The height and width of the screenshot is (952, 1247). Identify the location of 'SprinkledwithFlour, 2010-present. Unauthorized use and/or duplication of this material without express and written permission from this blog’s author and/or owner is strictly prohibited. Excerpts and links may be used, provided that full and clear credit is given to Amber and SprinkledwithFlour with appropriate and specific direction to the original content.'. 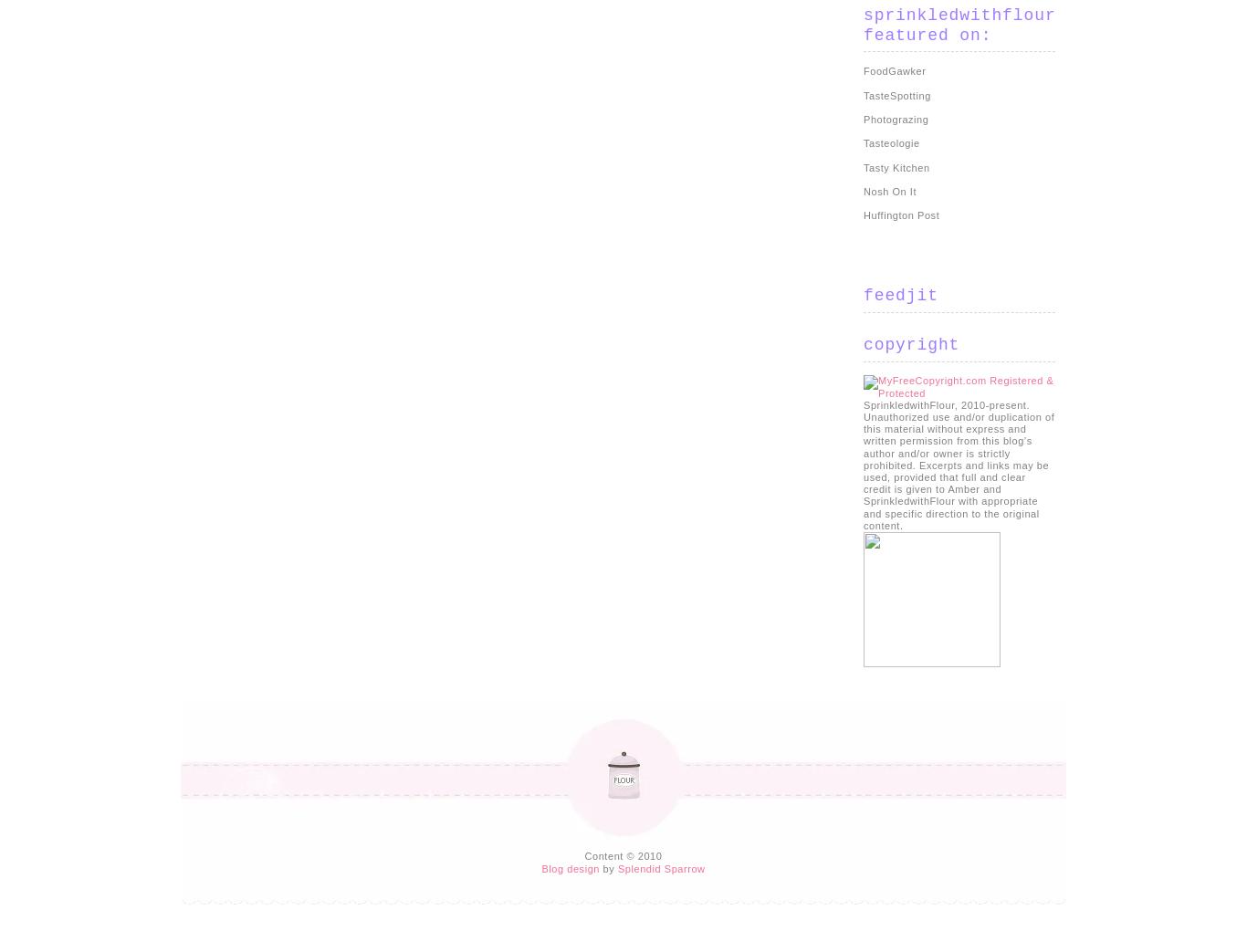
(958, 463).